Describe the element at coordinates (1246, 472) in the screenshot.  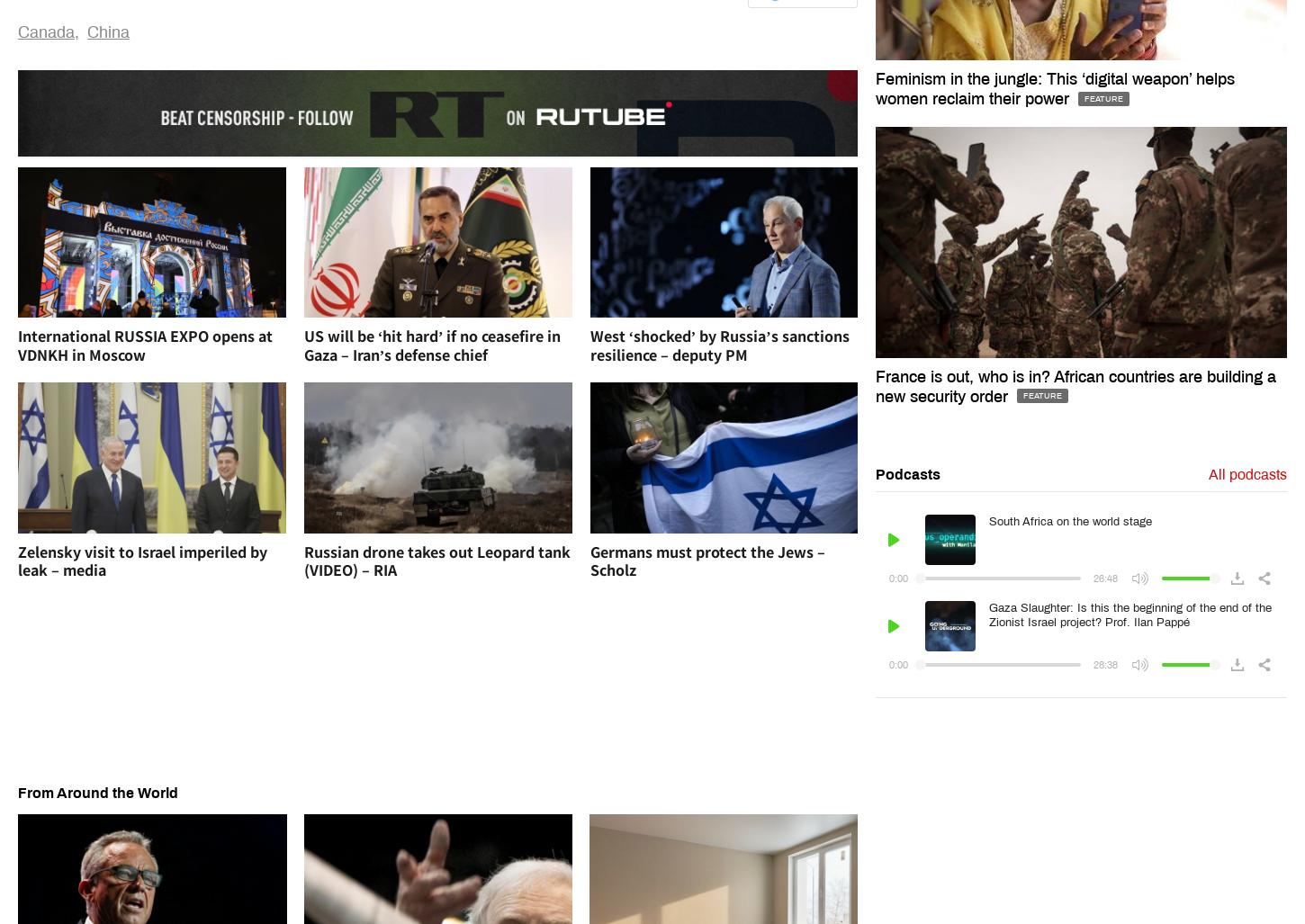
I see `'All podcasts'` at that location.